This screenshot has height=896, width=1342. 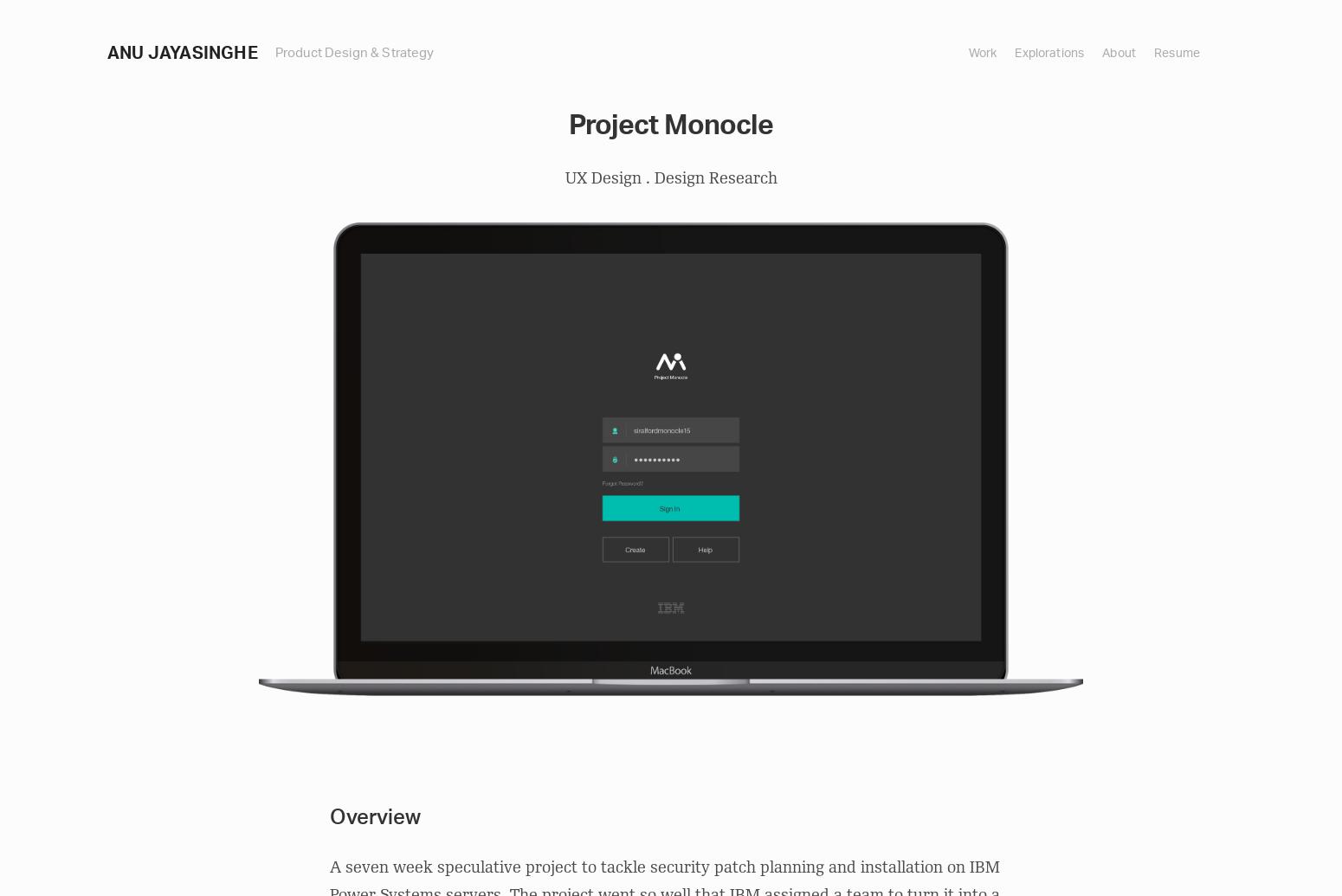 What do you see at coordinates (670, 177) in the screenshot?
I see `'UX Design . Design Research'` at bounding box center [670, 177].